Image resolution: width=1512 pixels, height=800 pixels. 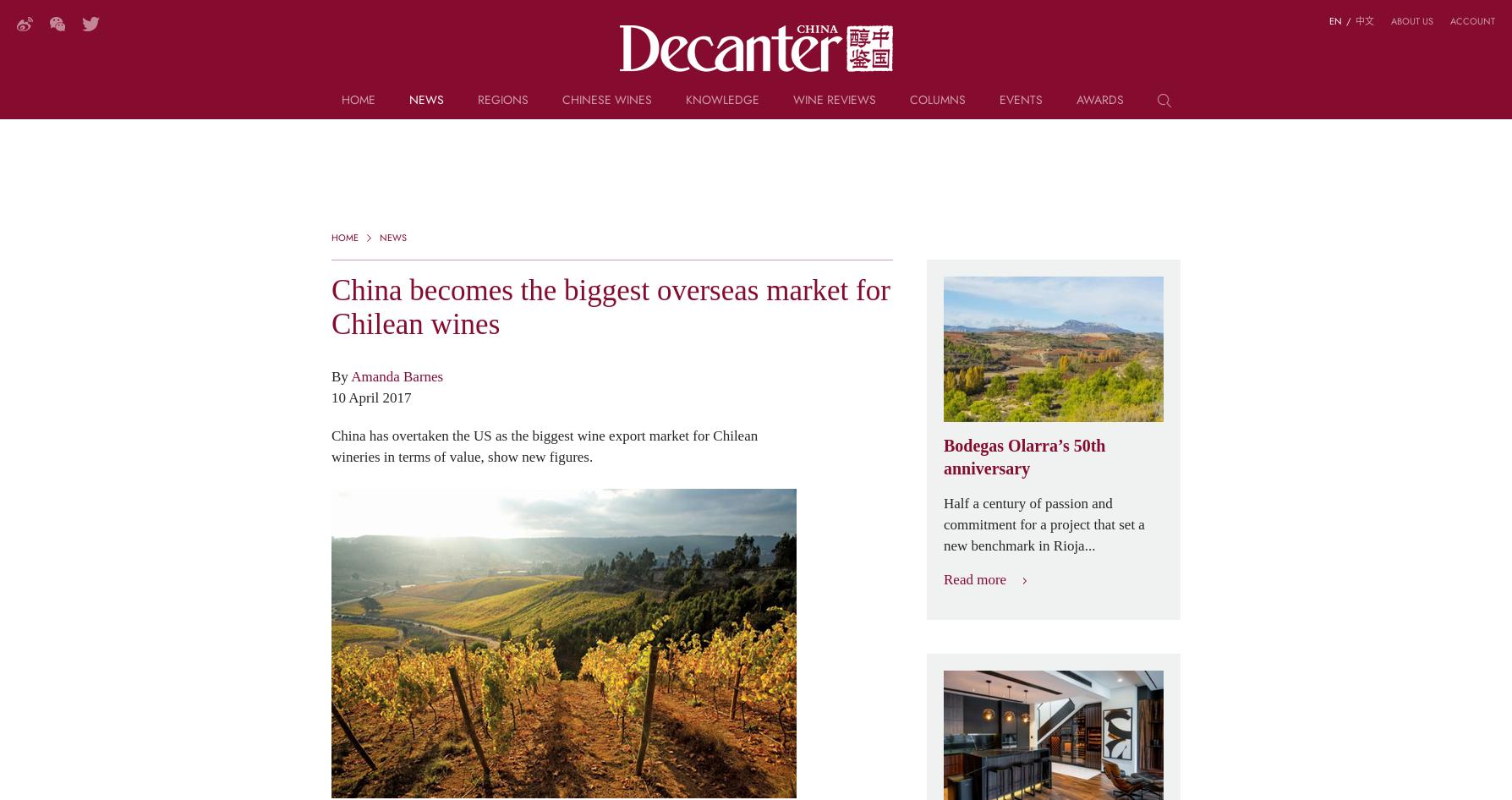 What do you see at coordinates (937, 98) in the screenshot?
I see `'Columns'` at bounding box center [937, 98].